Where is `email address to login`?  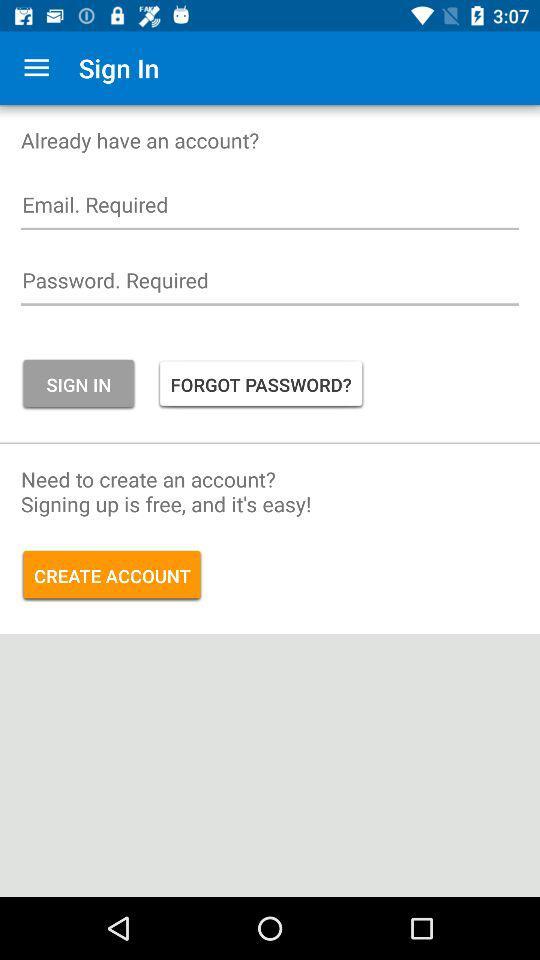
email address to login is located at coordinates (270, 210).